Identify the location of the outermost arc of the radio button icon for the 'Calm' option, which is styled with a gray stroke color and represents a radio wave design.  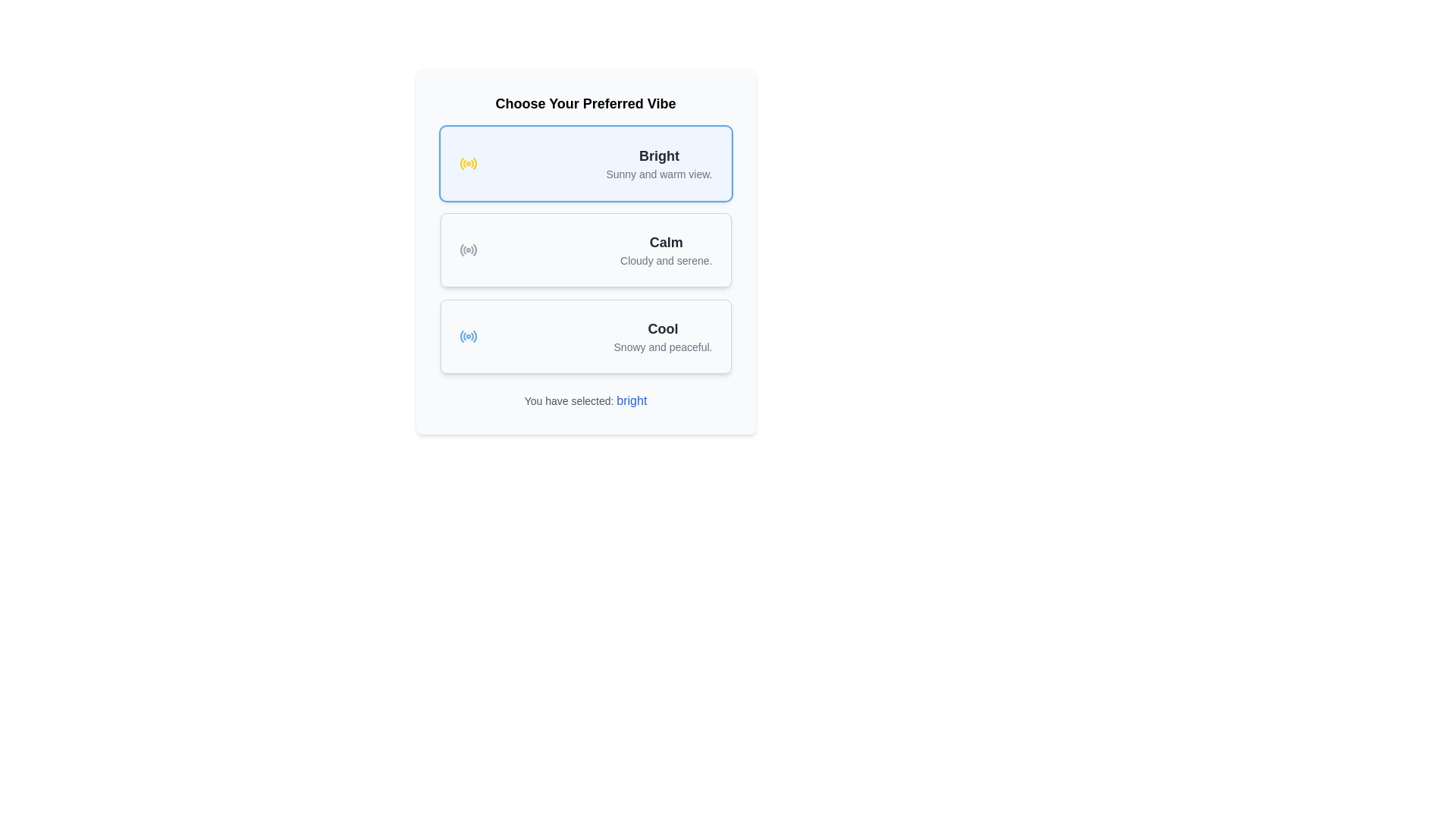
(474, 249).